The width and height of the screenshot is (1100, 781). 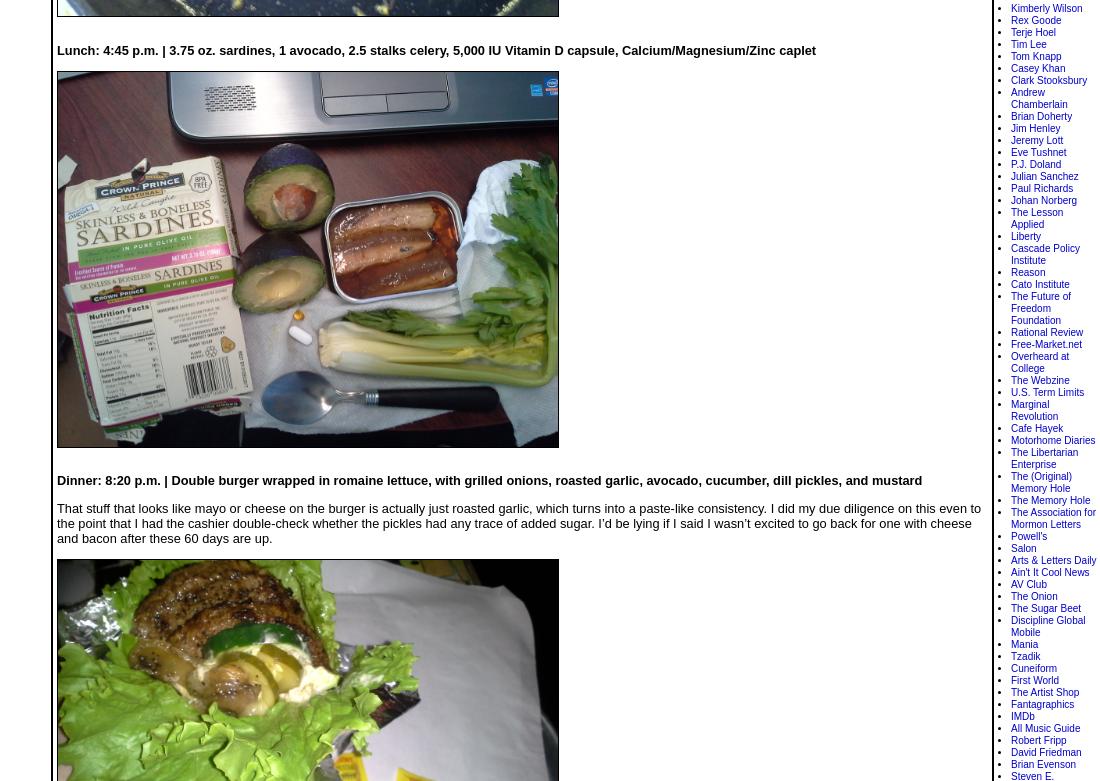 What do you see at coordinates (1045, 608) in the screenshot?
I see `'The Sugar Beet'` at bounding box center [1045, 608].